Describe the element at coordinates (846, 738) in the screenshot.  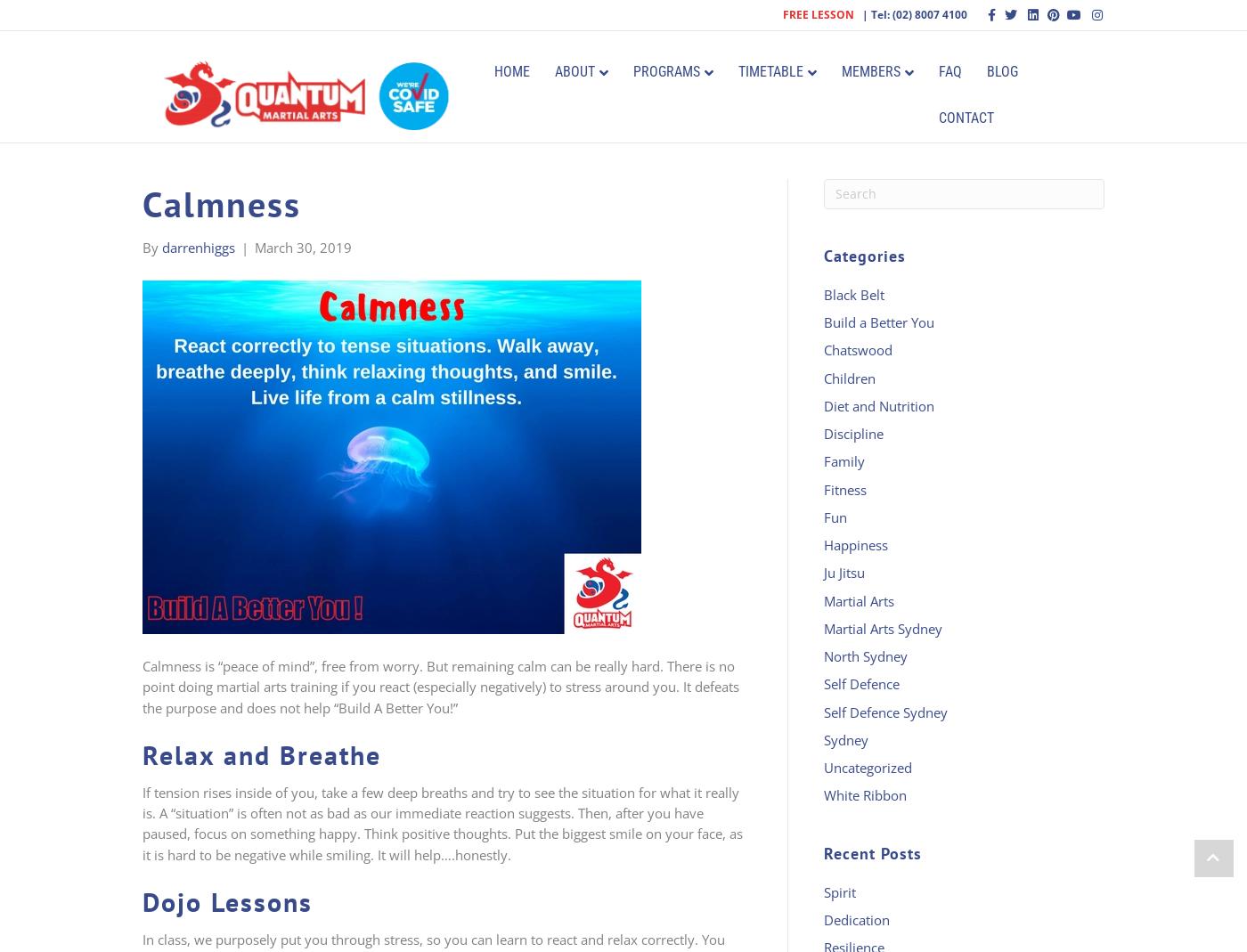
I see `'Sydney'` at that location.